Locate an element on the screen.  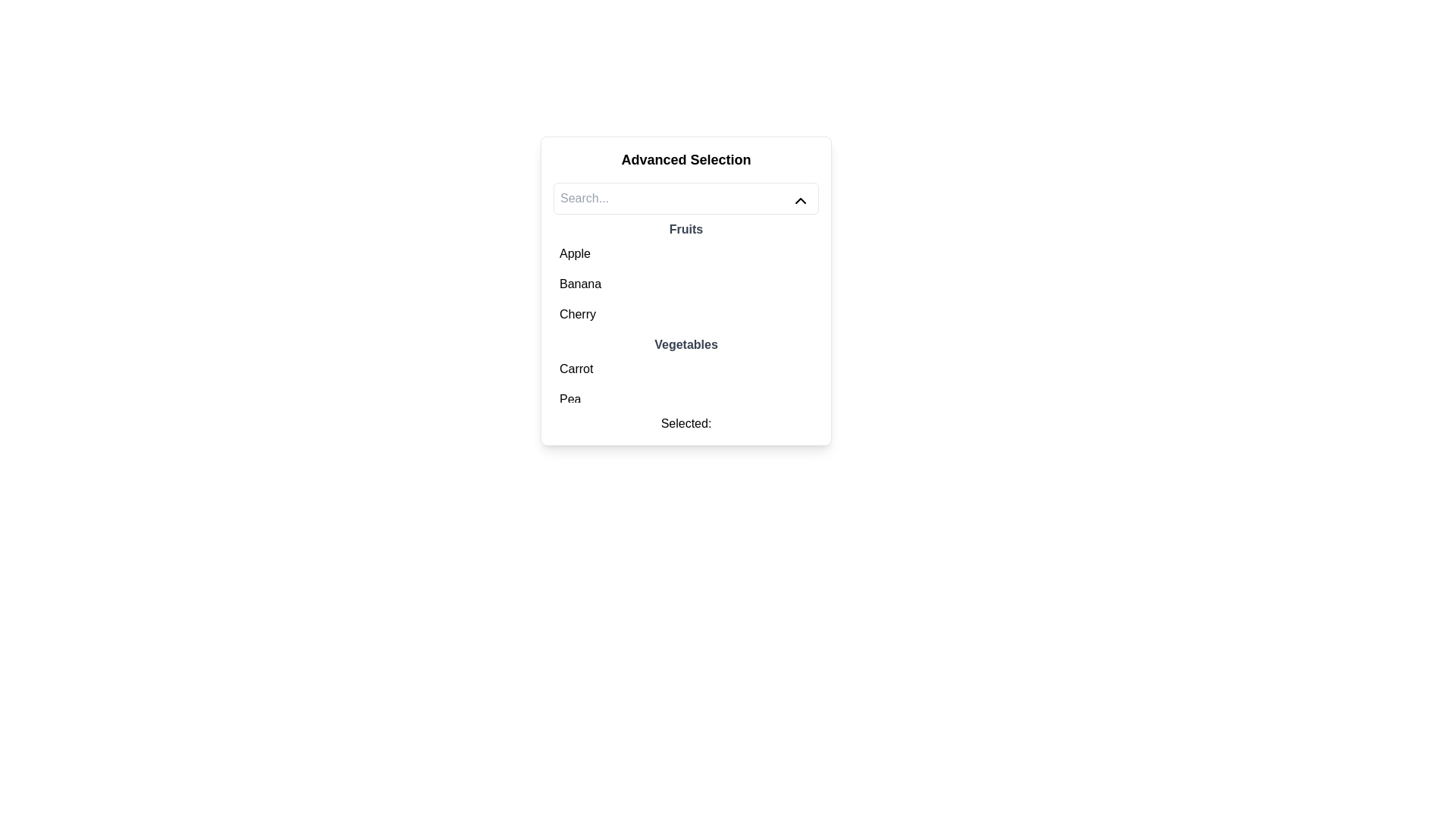
the text label displaying 'Apple' is located at coordinates (574, 253).